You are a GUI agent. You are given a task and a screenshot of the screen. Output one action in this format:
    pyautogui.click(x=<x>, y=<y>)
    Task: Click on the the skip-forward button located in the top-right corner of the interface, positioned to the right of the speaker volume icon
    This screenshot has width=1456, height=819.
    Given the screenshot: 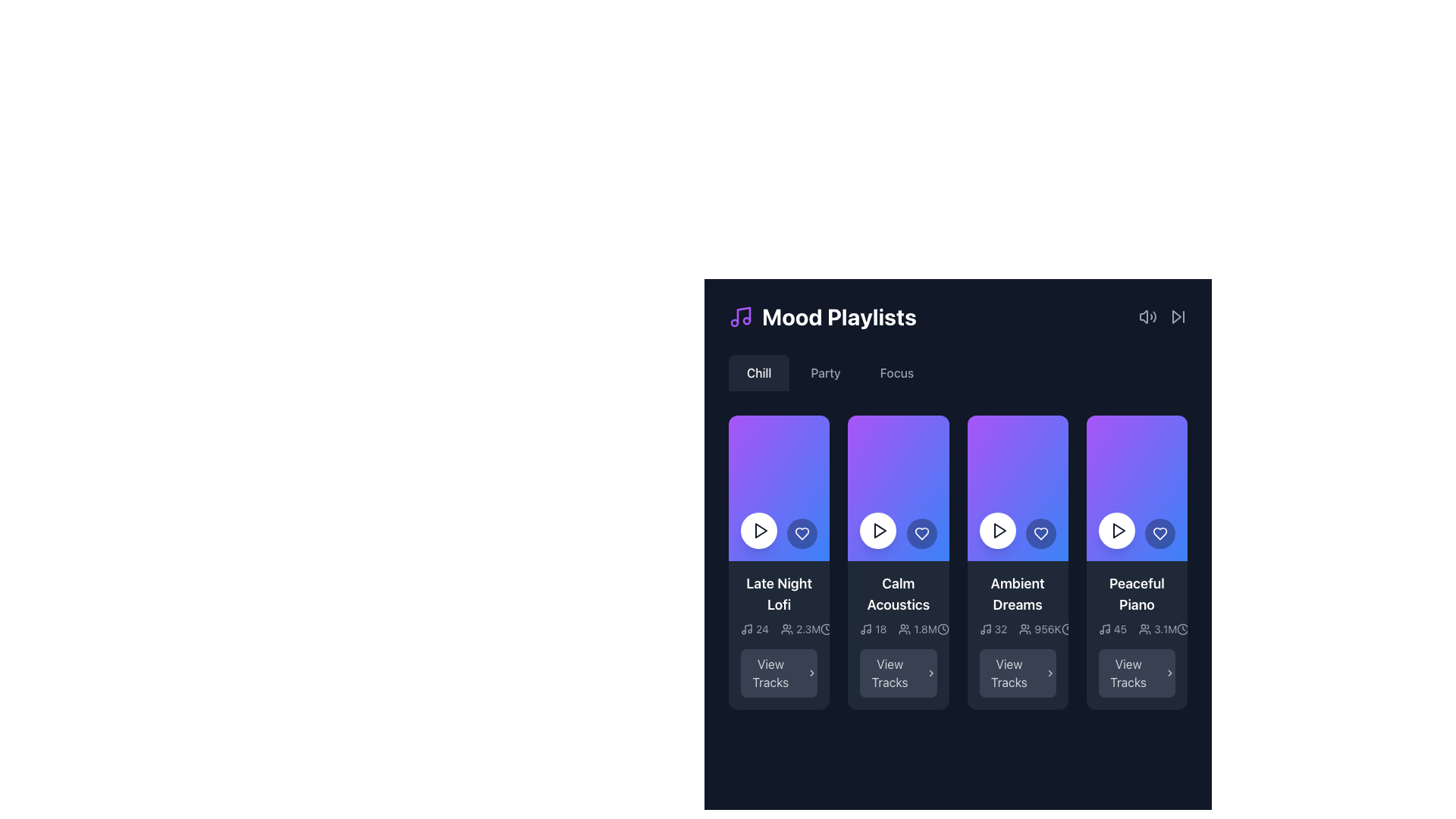 What is the action you would take?
    pyautogui.click(x=1178, y=315)
    